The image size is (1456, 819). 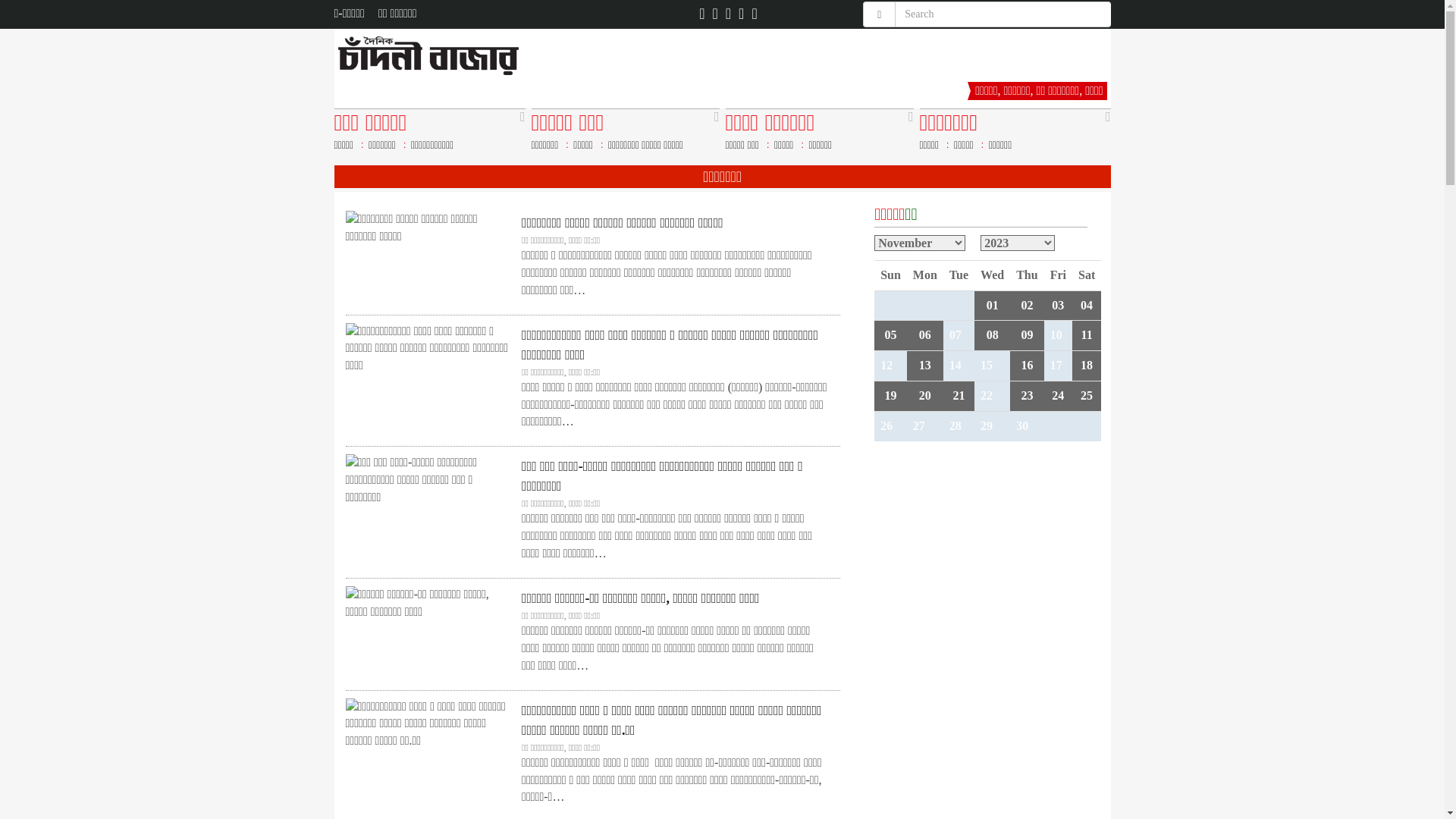 What do you see at coordinates (924, 365) in the screenshot?
I see `'13'` at bounding box center [924, 365].